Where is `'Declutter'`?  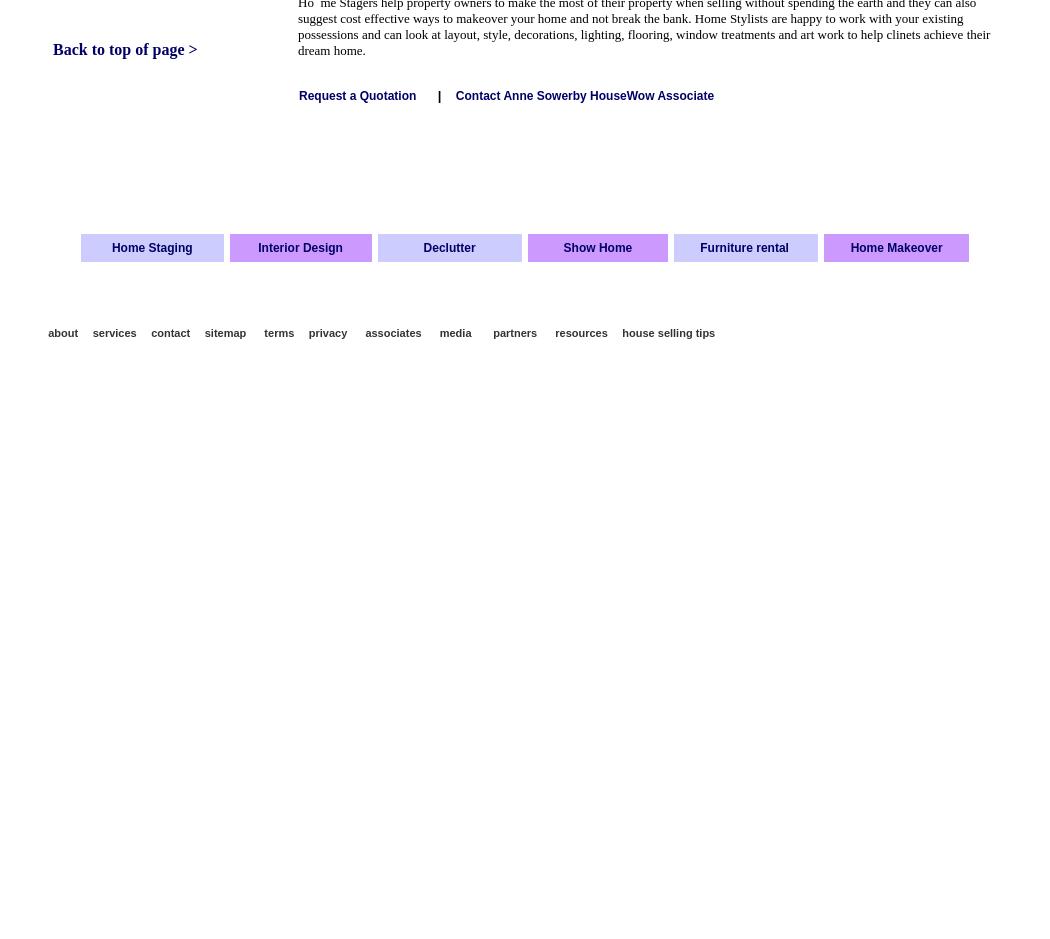 'Declutter' is located at coordinates (447, 246).